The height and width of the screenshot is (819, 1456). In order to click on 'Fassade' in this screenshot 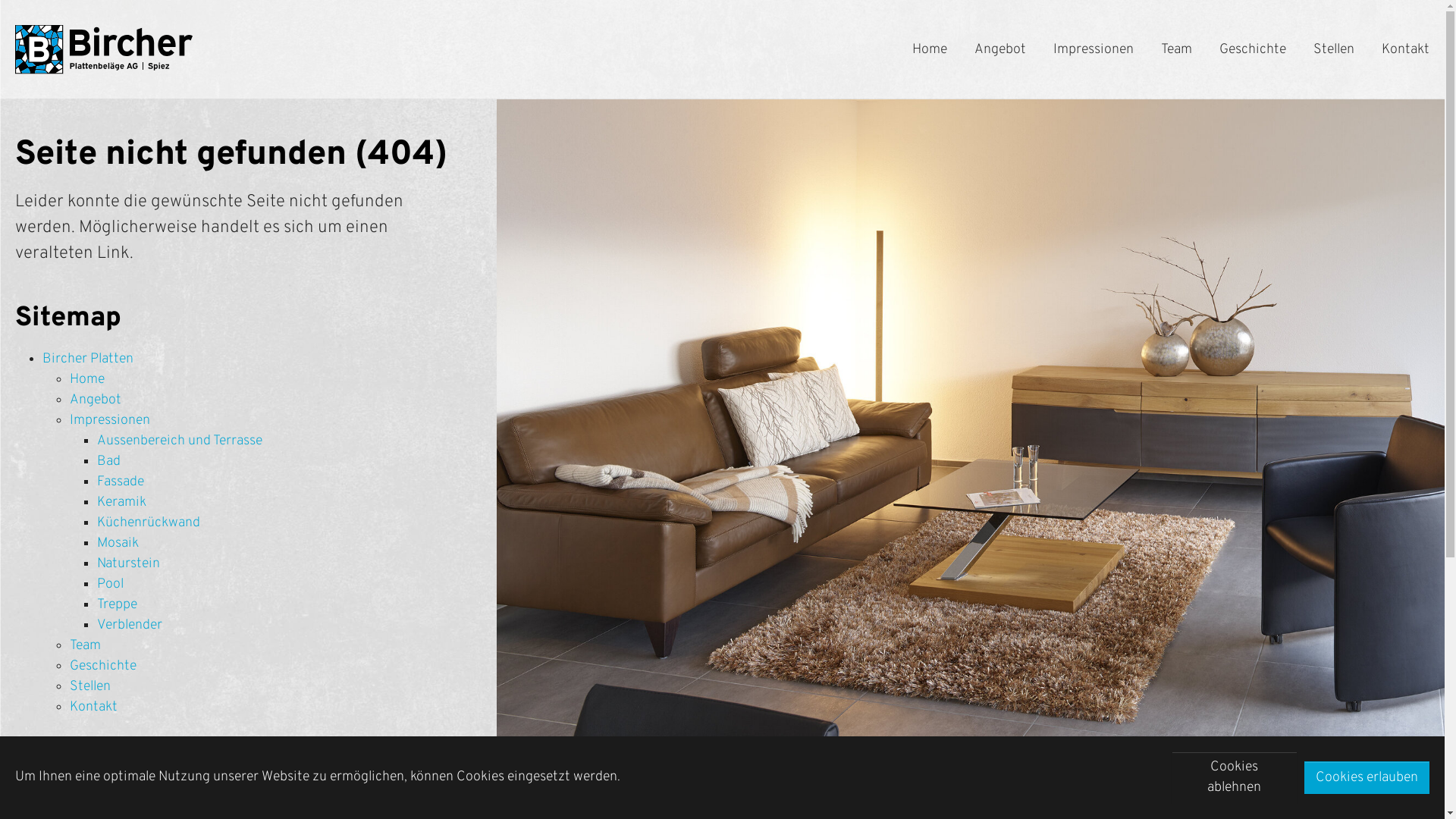, I will do `click(96, 482)`.